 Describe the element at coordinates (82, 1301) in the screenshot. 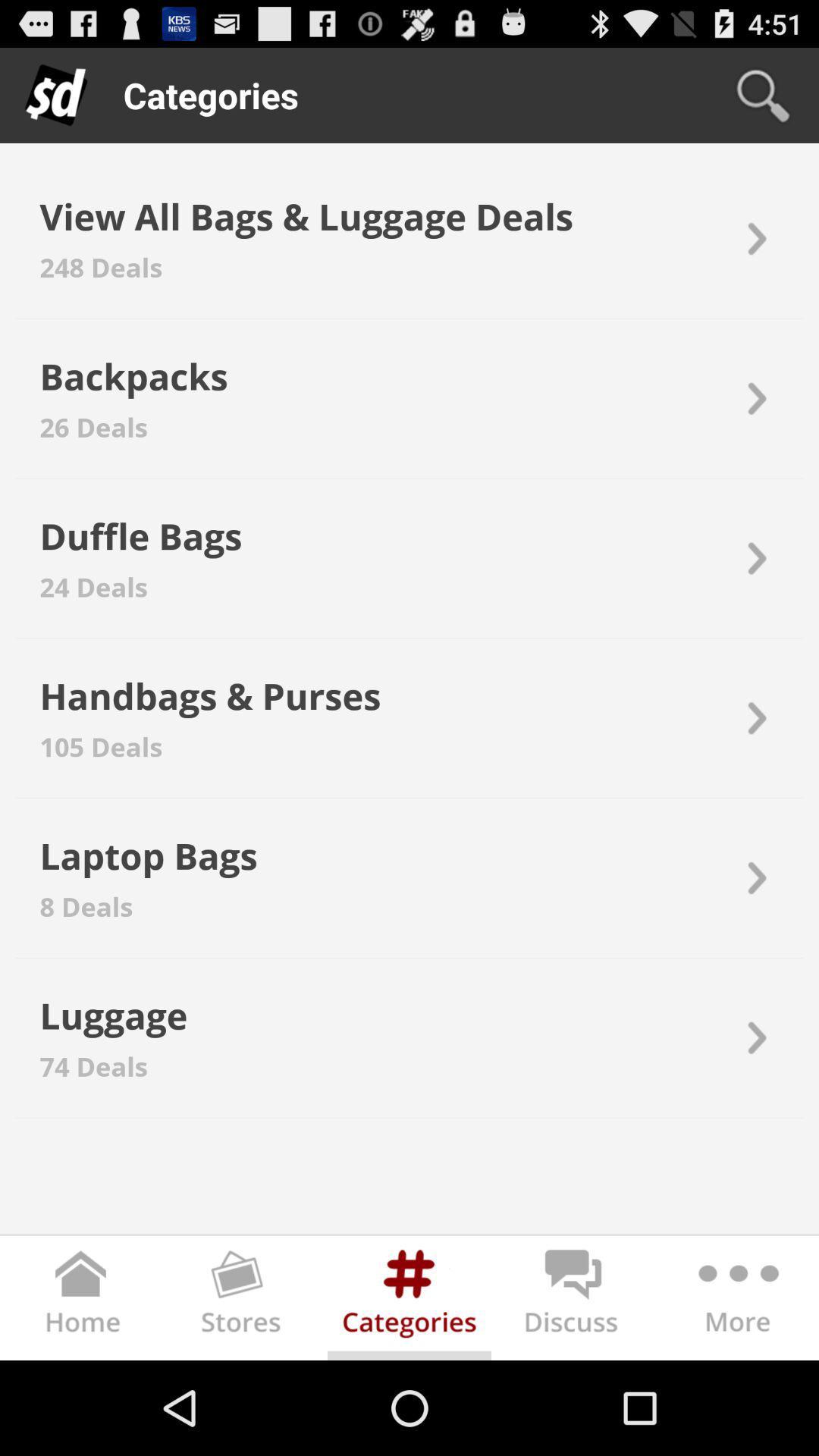

I see `home page` at that location.